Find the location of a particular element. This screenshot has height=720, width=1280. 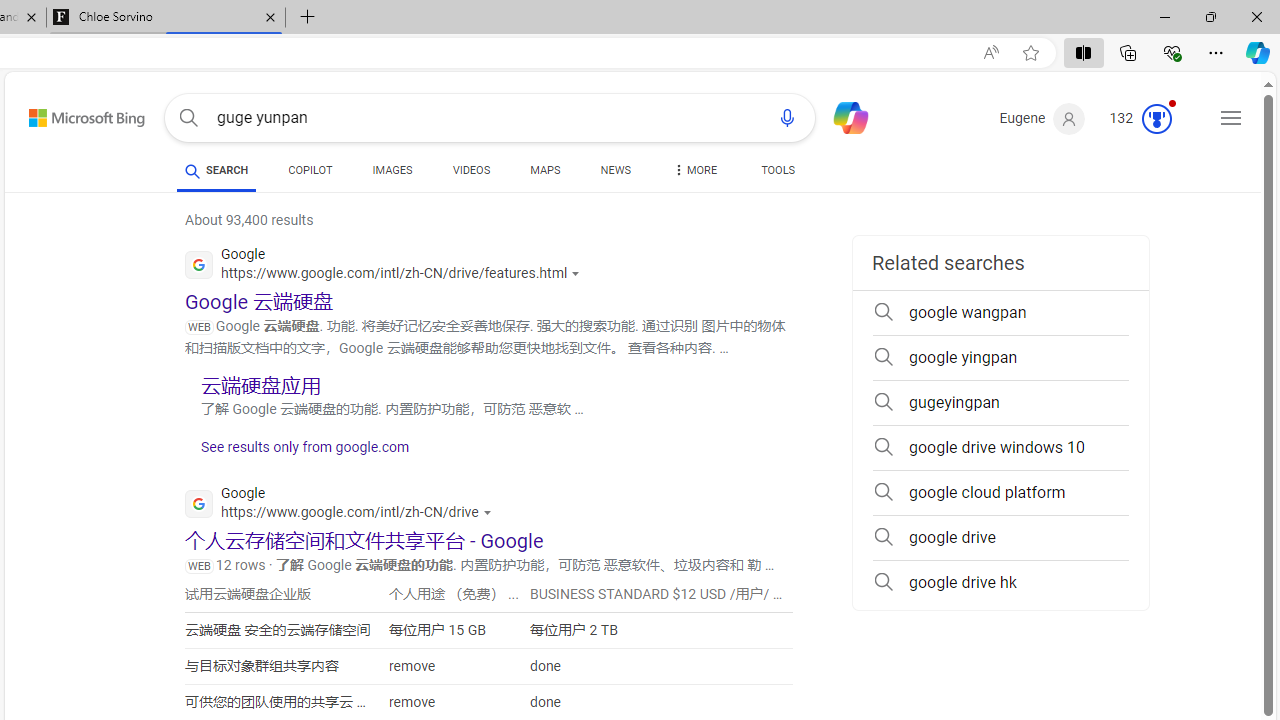

'Dropdown Menu' is located at coordinates (693, 170).